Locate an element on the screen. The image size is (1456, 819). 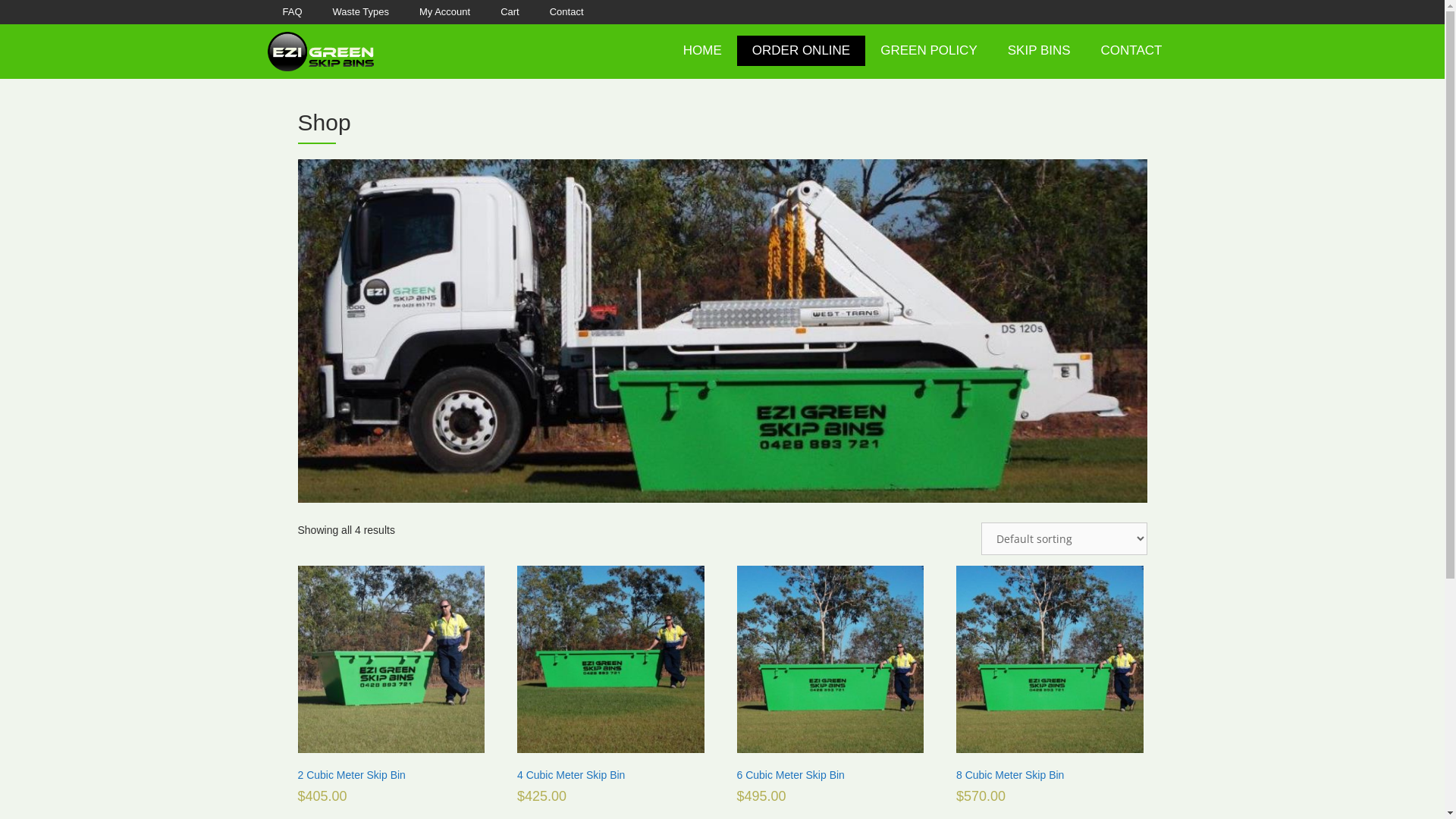
'Ezi Green Skip Bins' is located at coordinates (319, 51).